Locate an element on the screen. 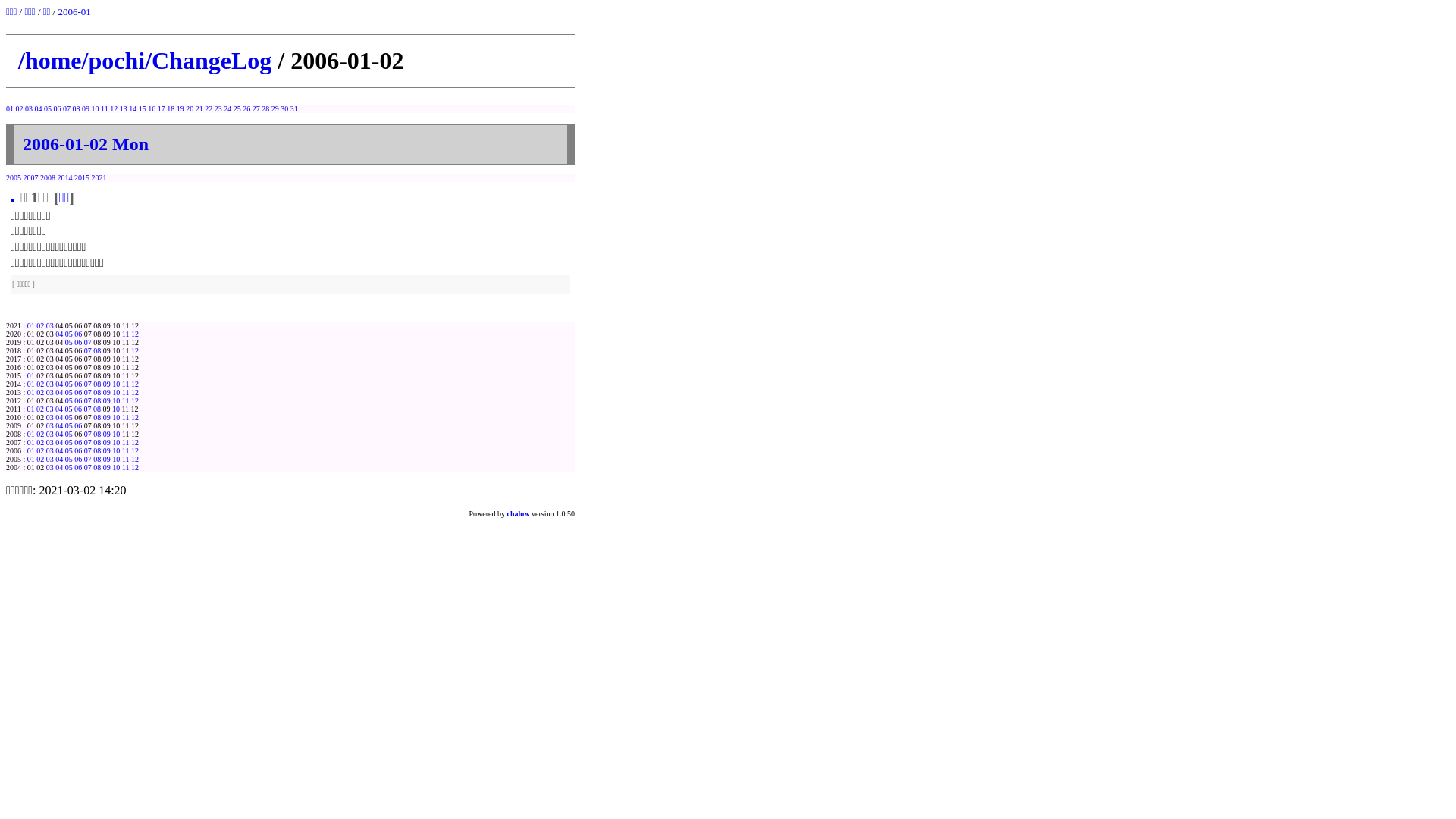  '12' is located at coordinates (134, 383).